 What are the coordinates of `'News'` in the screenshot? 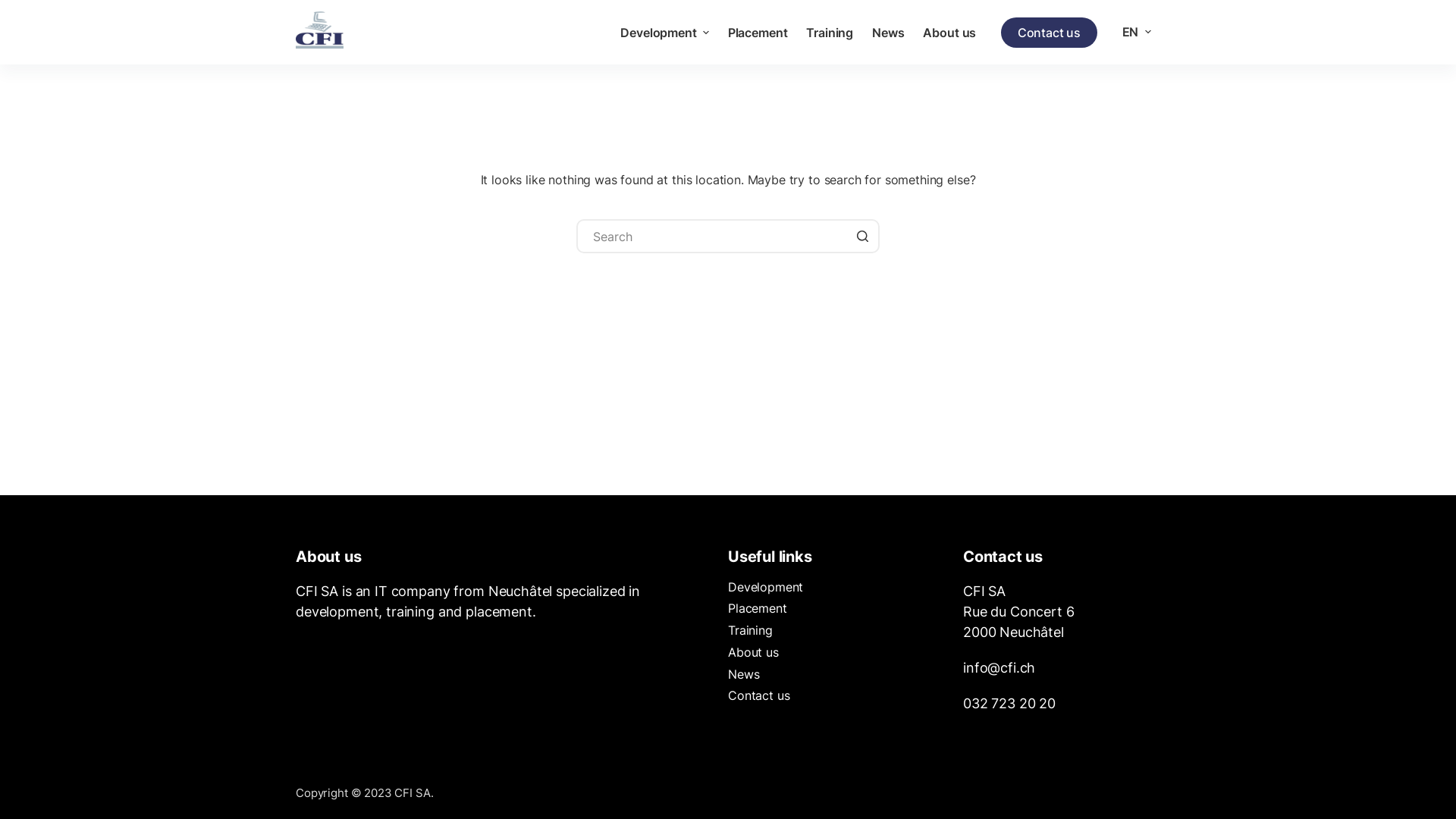 It's located at (743, 673).